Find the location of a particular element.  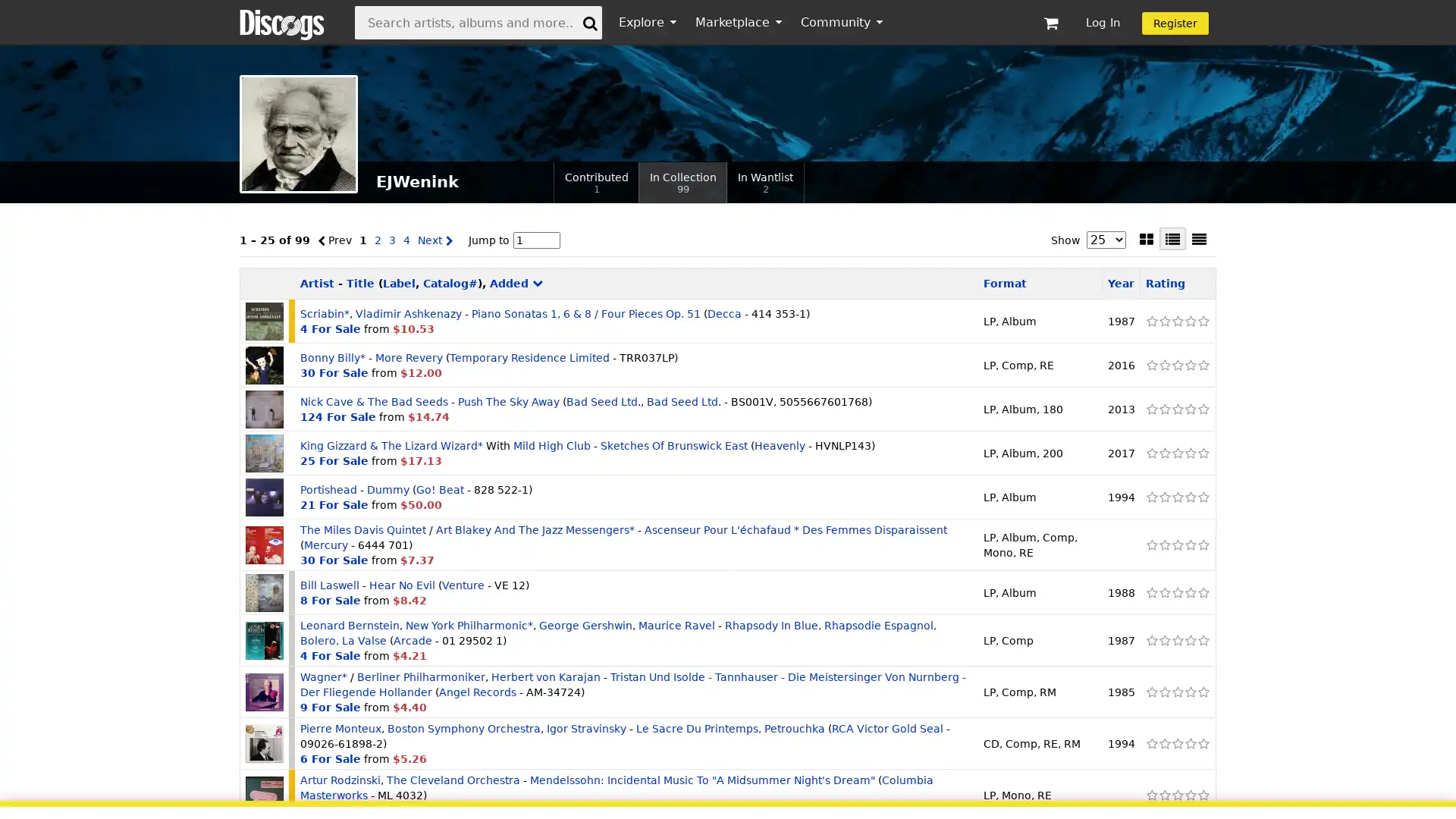

Rate this release 1 star. is located at coordinates (1151, 795).